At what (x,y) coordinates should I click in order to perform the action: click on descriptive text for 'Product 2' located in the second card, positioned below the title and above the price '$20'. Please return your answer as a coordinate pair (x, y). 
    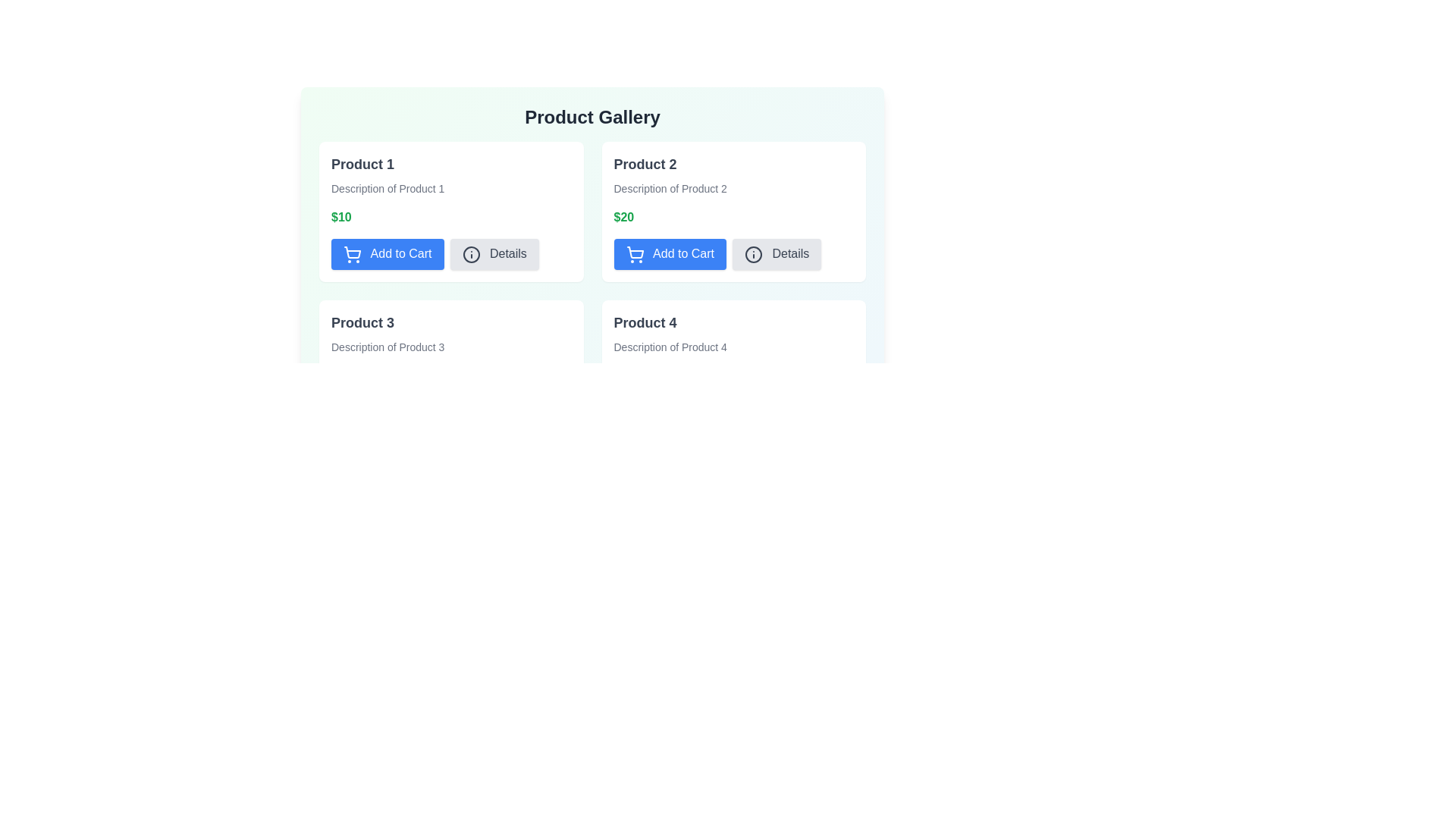
    Looking at the image, I should click on (670, 188).